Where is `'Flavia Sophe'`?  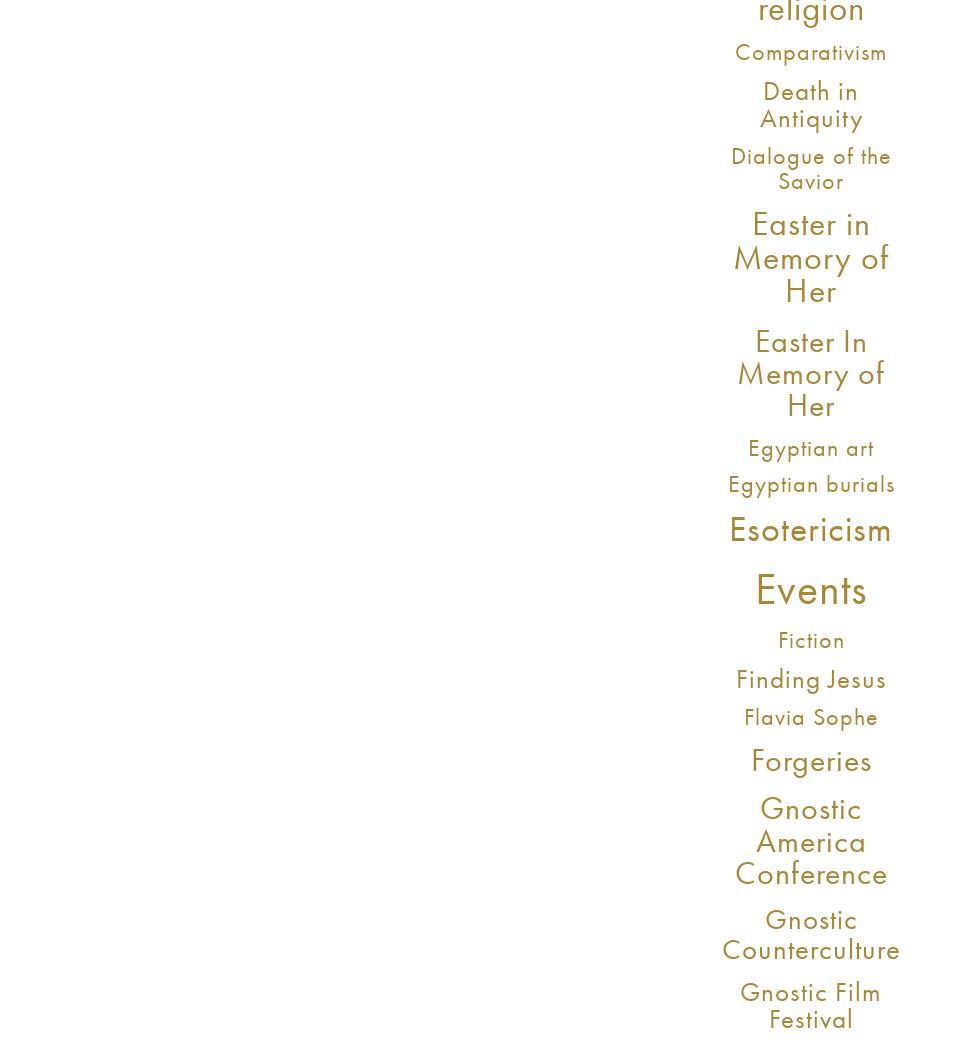
'Flavia Sophe' is located at coordinates (809, 716).